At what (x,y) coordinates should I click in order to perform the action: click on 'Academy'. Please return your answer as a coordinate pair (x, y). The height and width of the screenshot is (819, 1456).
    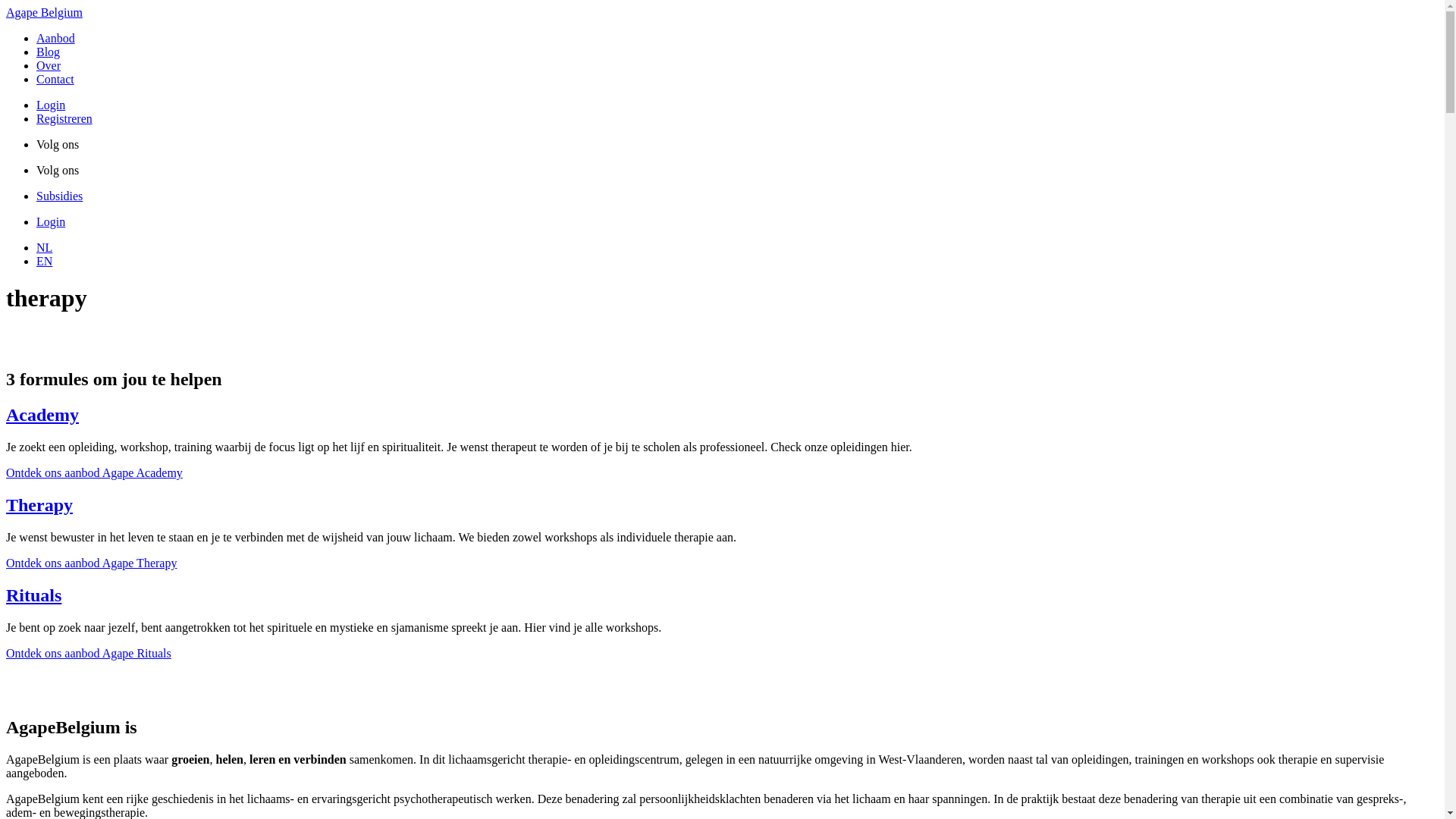
    Looking at the image, I should click on (42, 415).